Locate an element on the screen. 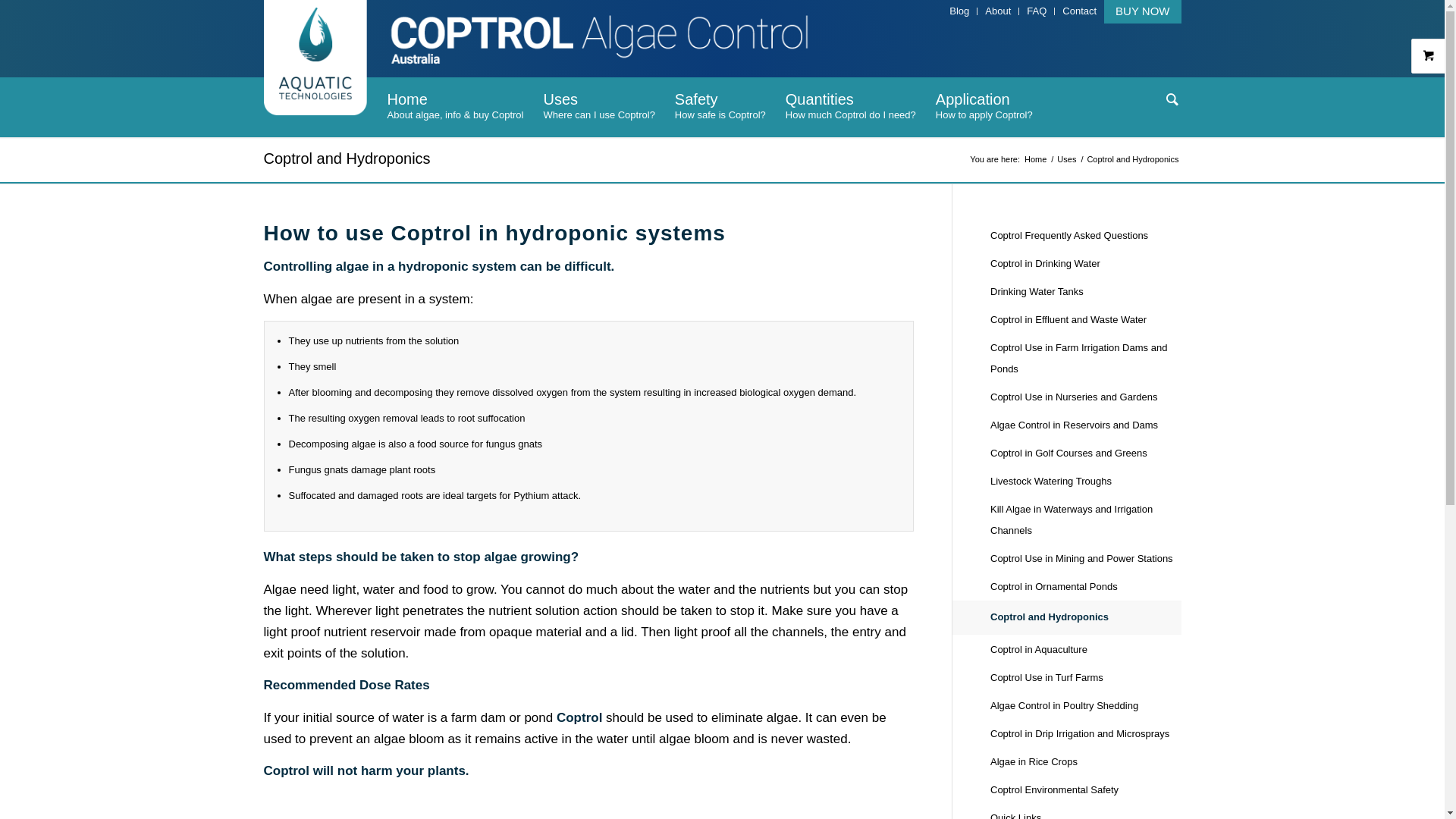 The height and width of the screenshot is (819, 1456). 'Coptrol Use in Farm Irrigation Dams and Ponds' is located at coordinates (1084, 359).